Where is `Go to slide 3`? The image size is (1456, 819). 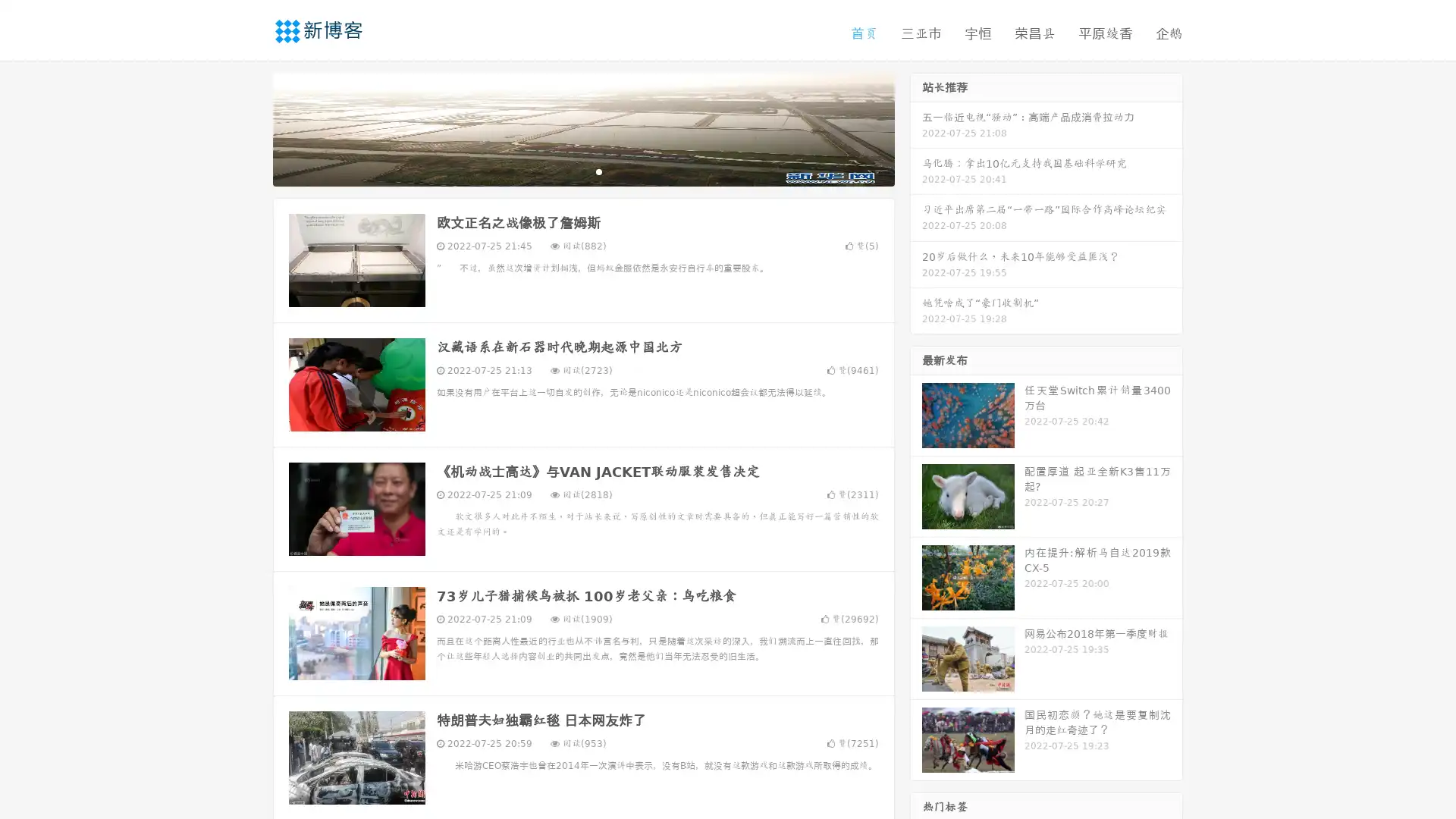
Go to slide 3 is located at coordinates (598, 171).